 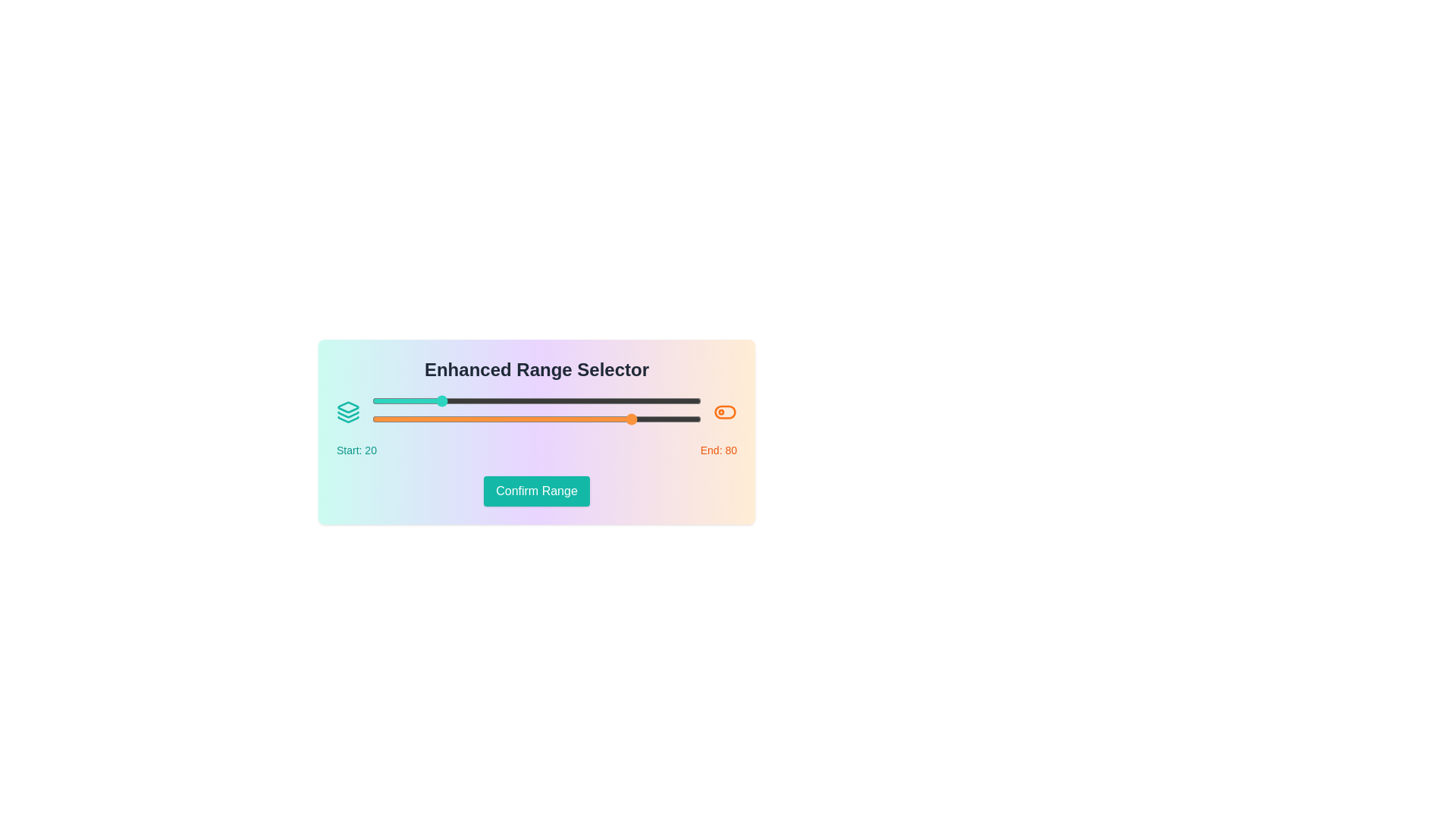 What do you see at coordinates (347, 406) in the screenshot?
I see `the topmost triangular icon element, which is teal and located in the top-left corner of the interface` at bounding box center [347, 406].